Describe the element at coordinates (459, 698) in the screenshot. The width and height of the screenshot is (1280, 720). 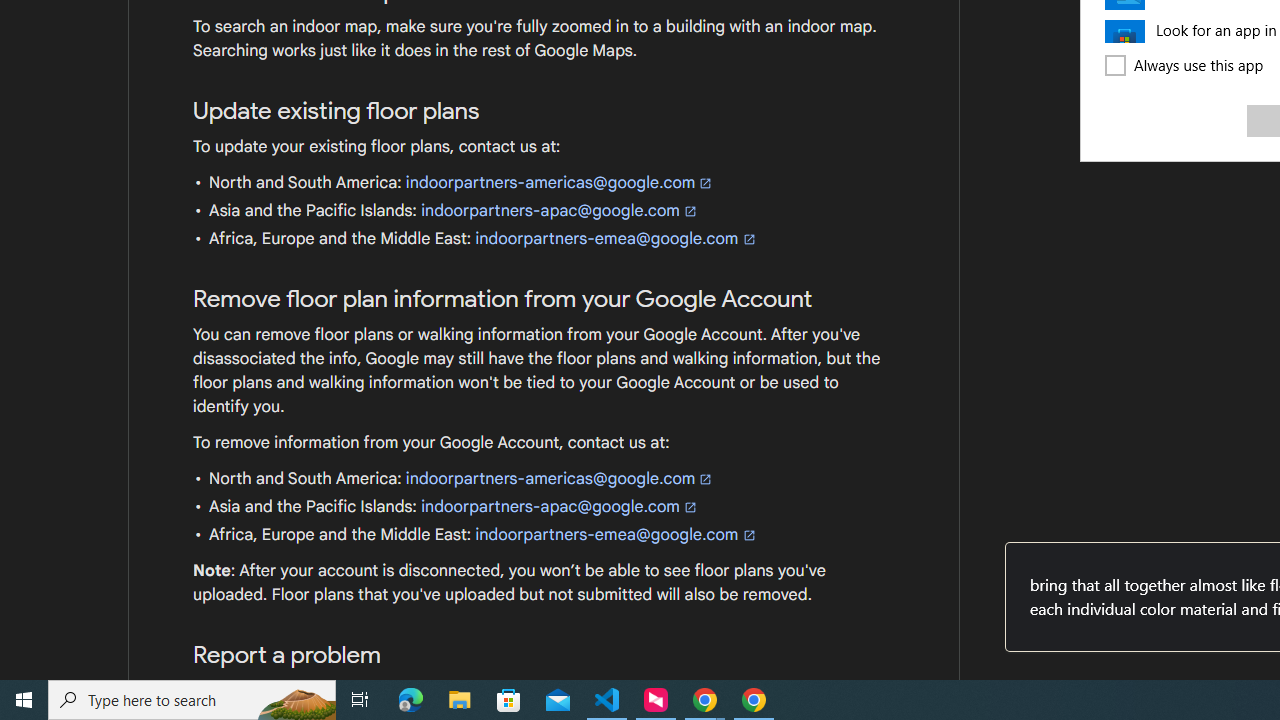
I see `'File Explorer'` at that location.